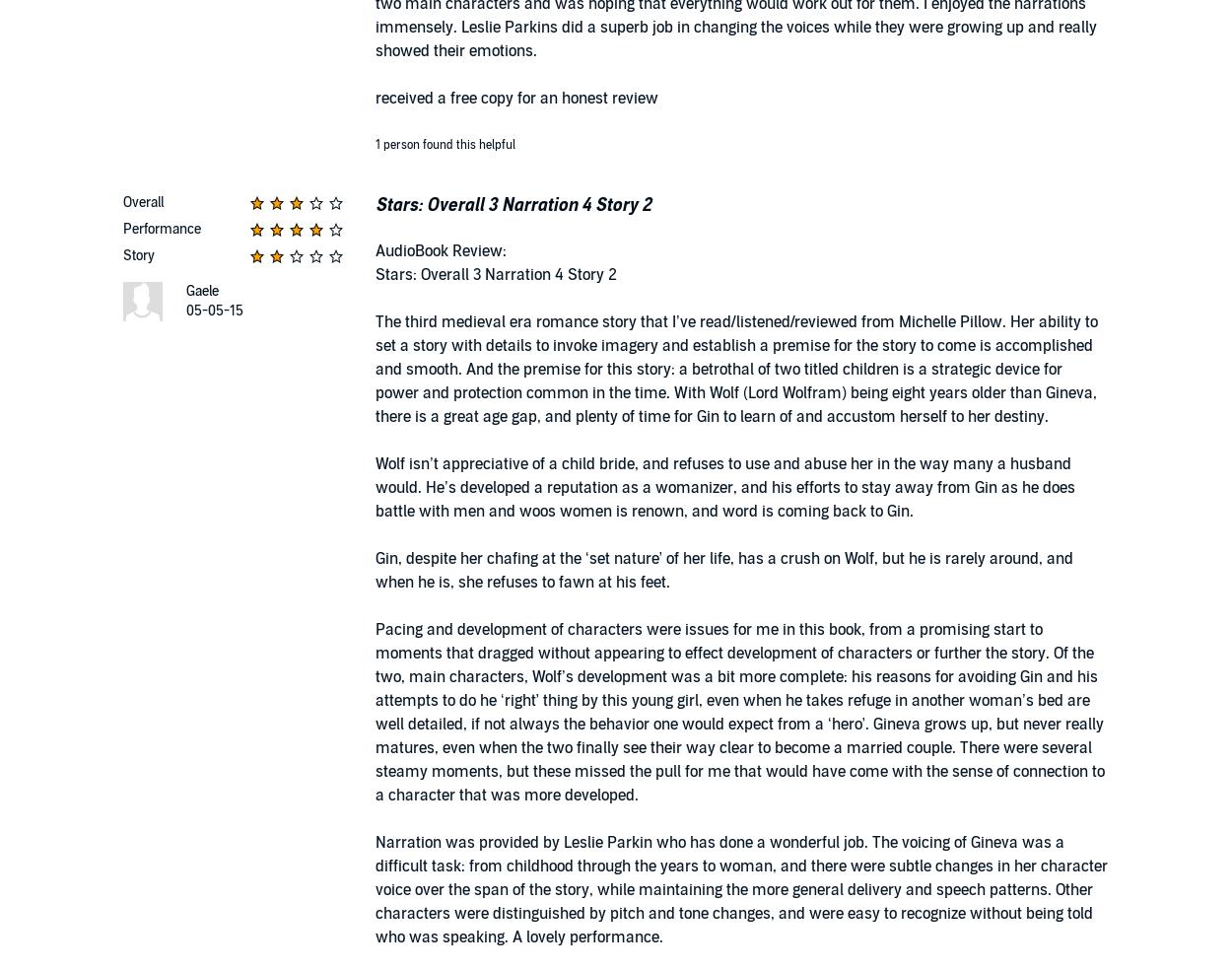 The image size is (1232, 971). What do you see at coordinates (376, 487) in the screenshot?
I see `'Wolf isn’t appreciative of a child bride, and refuses to use and abuse her in the way many a husband would. He’s developed a reputation as a womanizer, and his efforts to stay away from Gin as he does battle with men and woos women is renown, and word is coming back to Gin.'` at bounding box center [376, 487].